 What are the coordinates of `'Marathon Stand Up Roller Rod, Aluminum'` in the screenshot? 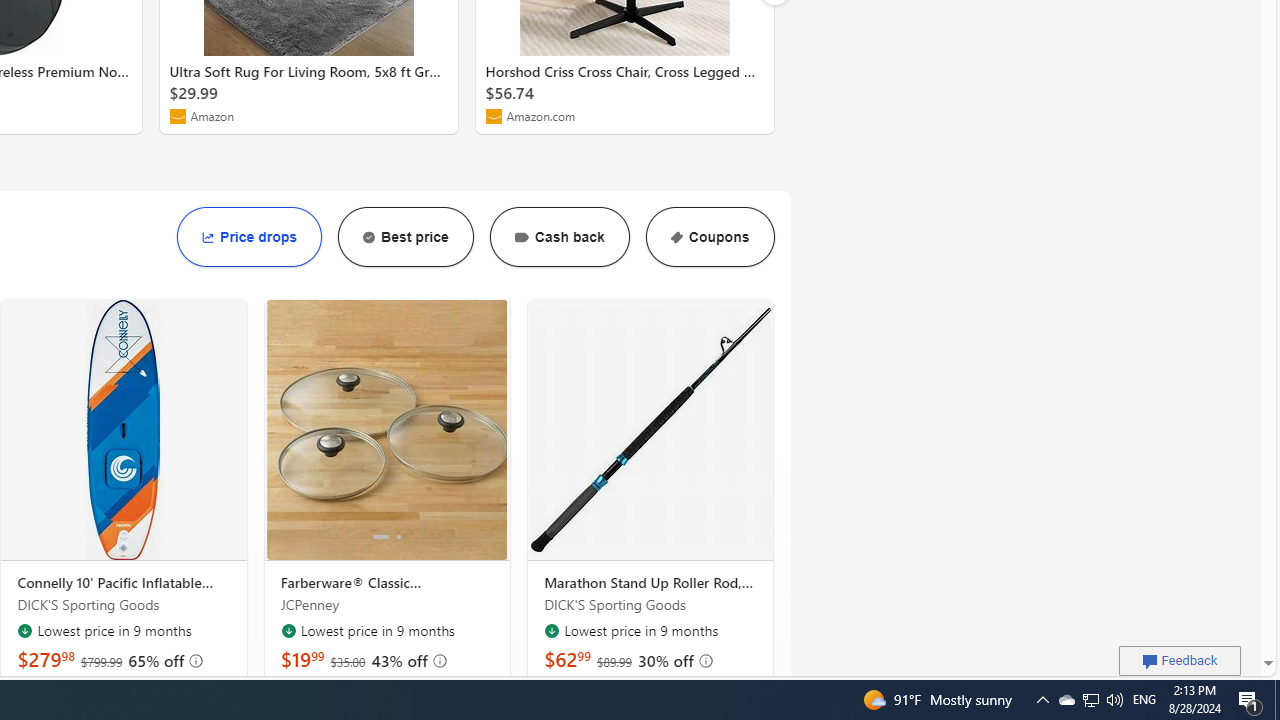 It's located at (650, 429).